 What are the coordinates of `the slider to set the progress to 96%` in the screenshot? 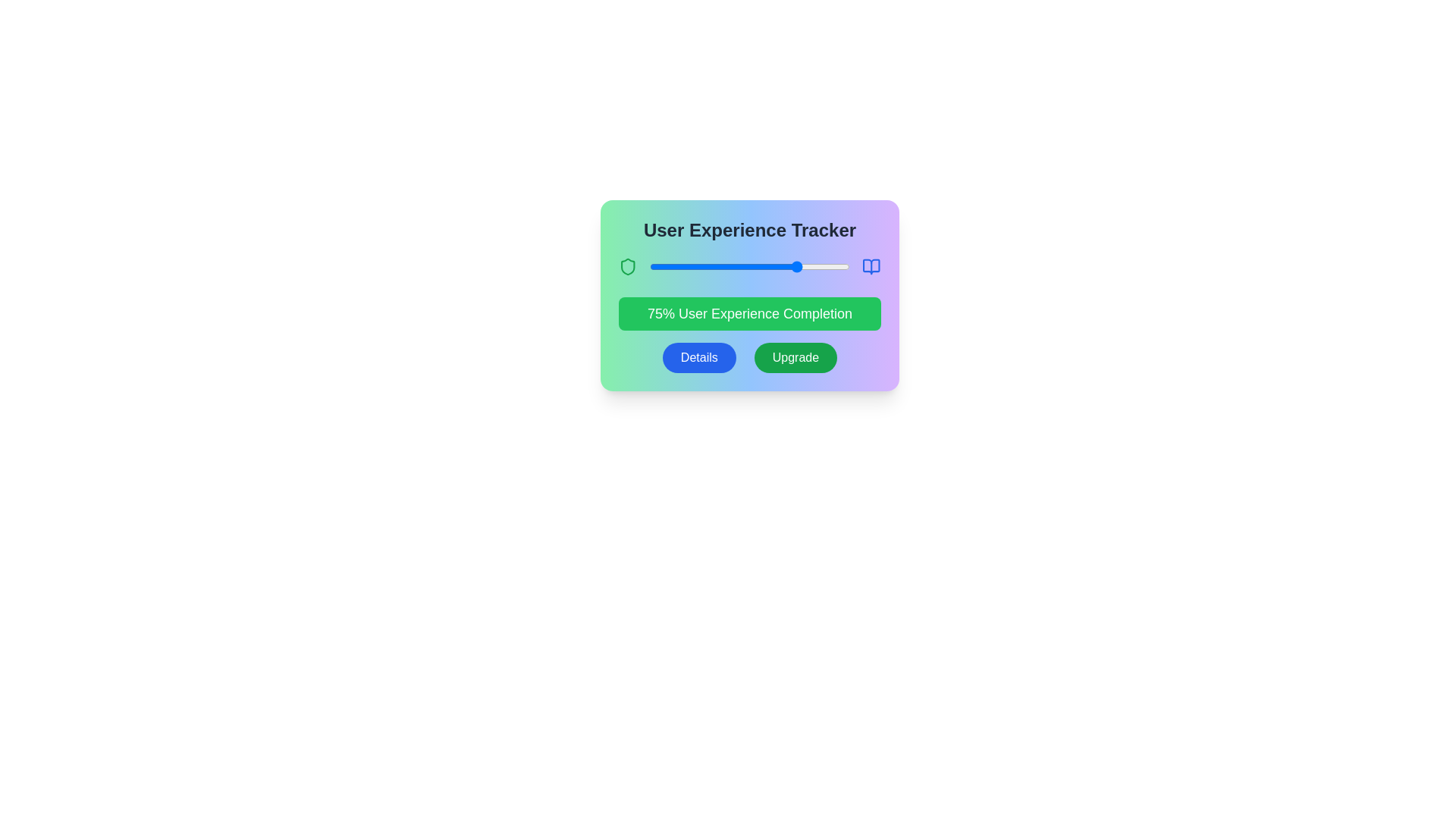 It's located at (841, 265).